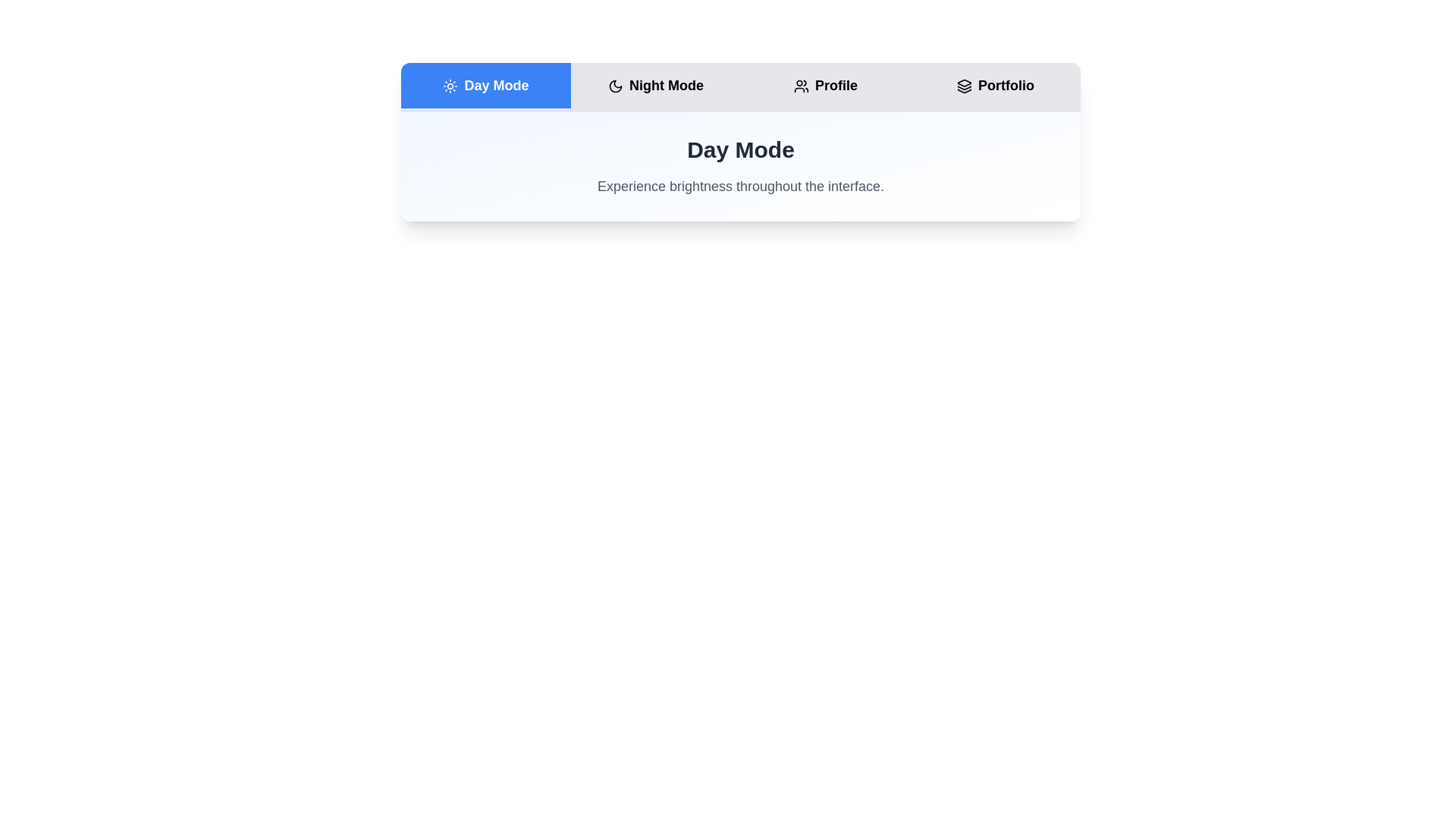 The height and width of the screenshot is (819, 1456). Describe the element at coordinates (996, 85) in the screenshot. I see `the tab labeled Portfolio to observe its hover effect` at that location.